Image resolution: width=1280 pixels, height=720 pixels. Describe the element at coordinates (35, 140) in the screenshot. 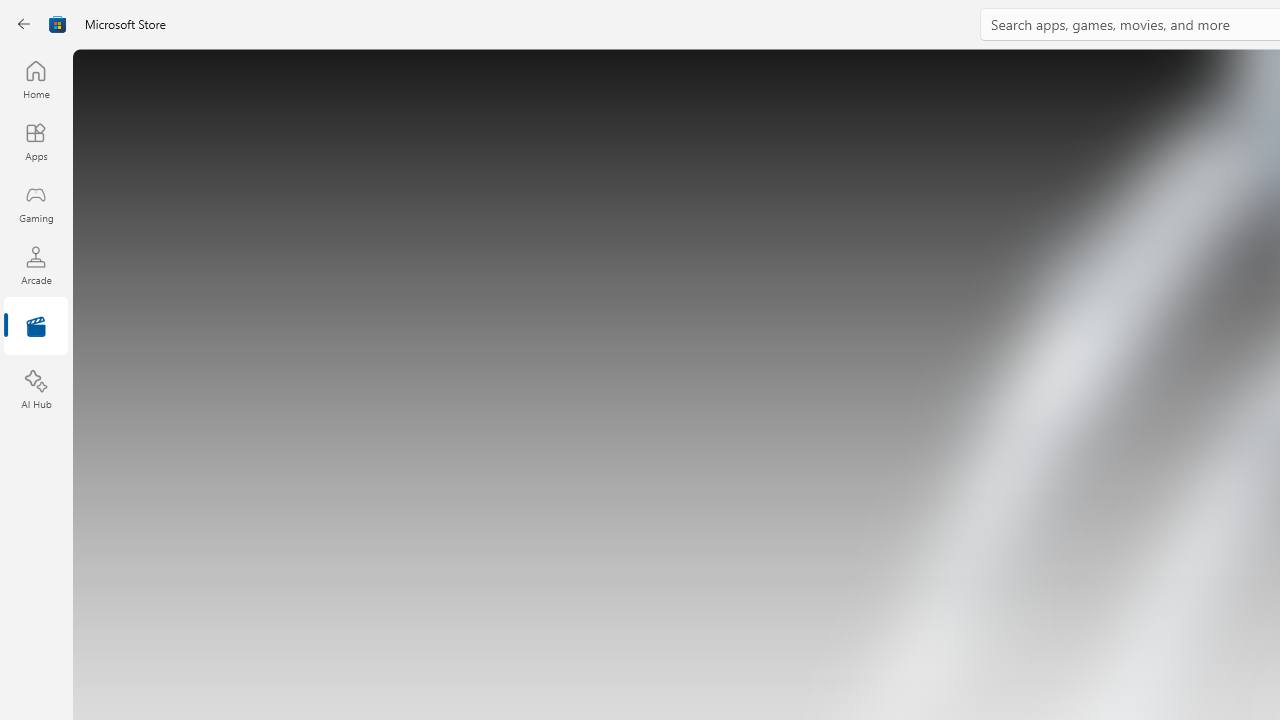

I see `'Apps'` at that location.